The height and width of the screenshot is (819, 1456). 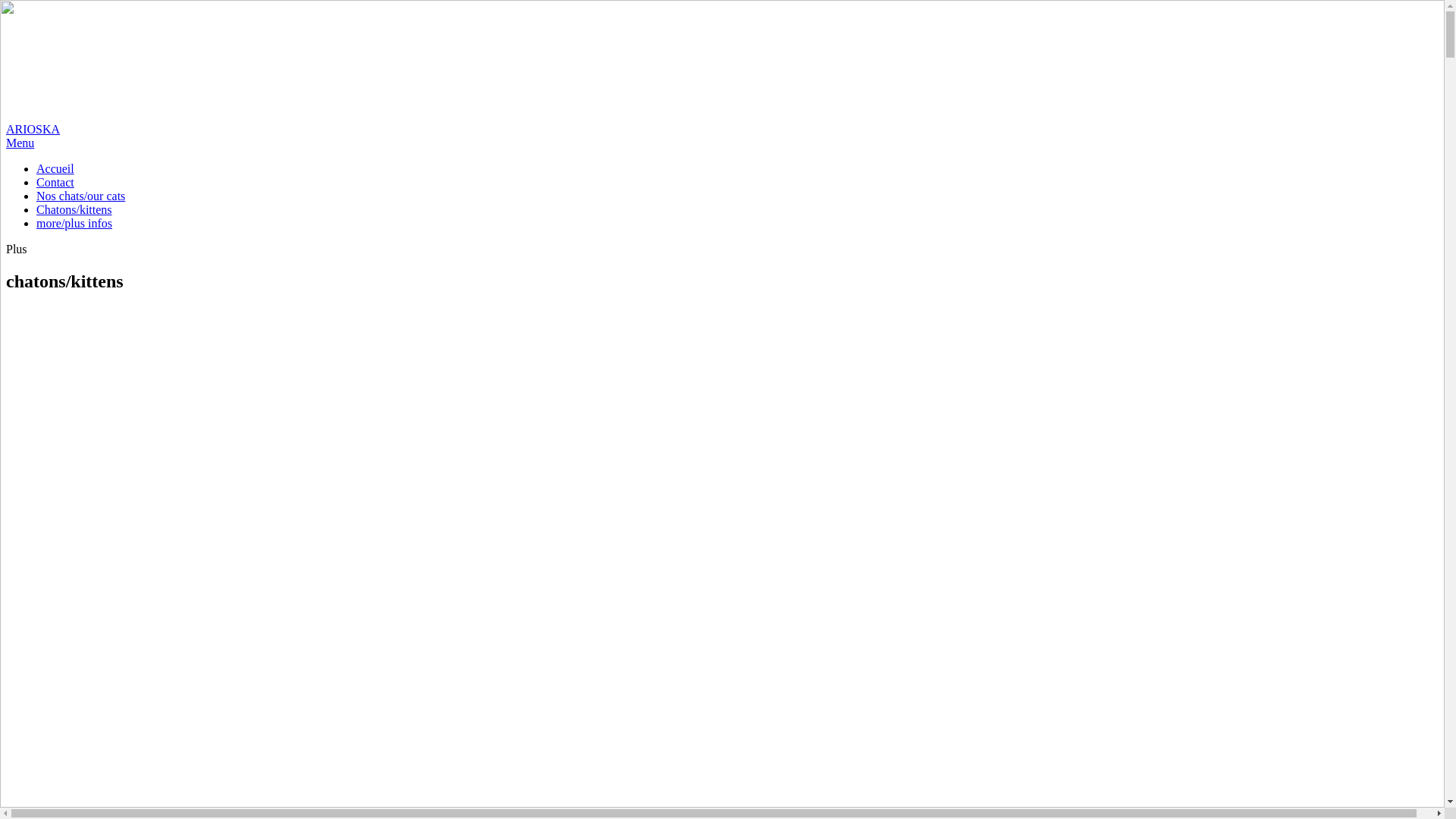 What do you see at coordinates (20, 143) in the screenshot?
I see `'Menu'` at bounding box center [20, 143].